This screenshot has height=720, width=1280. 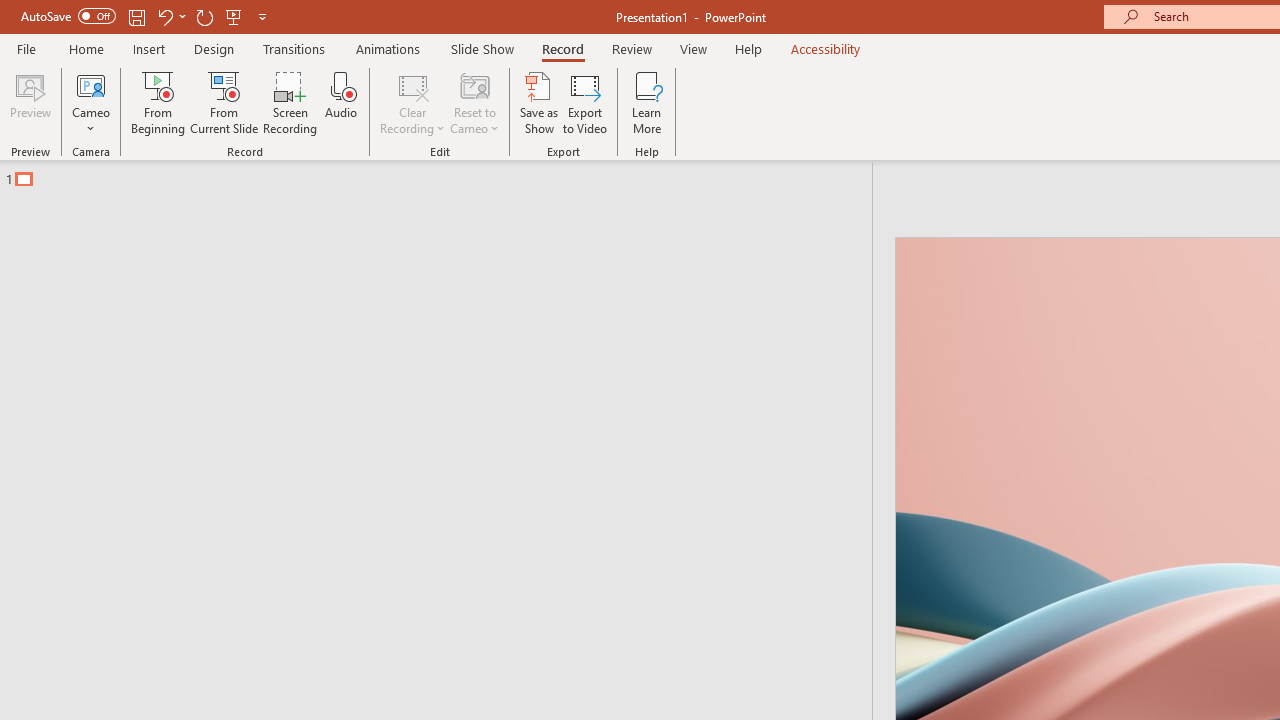 I want to click on 'Export to Video', so click(x=584, y=103).